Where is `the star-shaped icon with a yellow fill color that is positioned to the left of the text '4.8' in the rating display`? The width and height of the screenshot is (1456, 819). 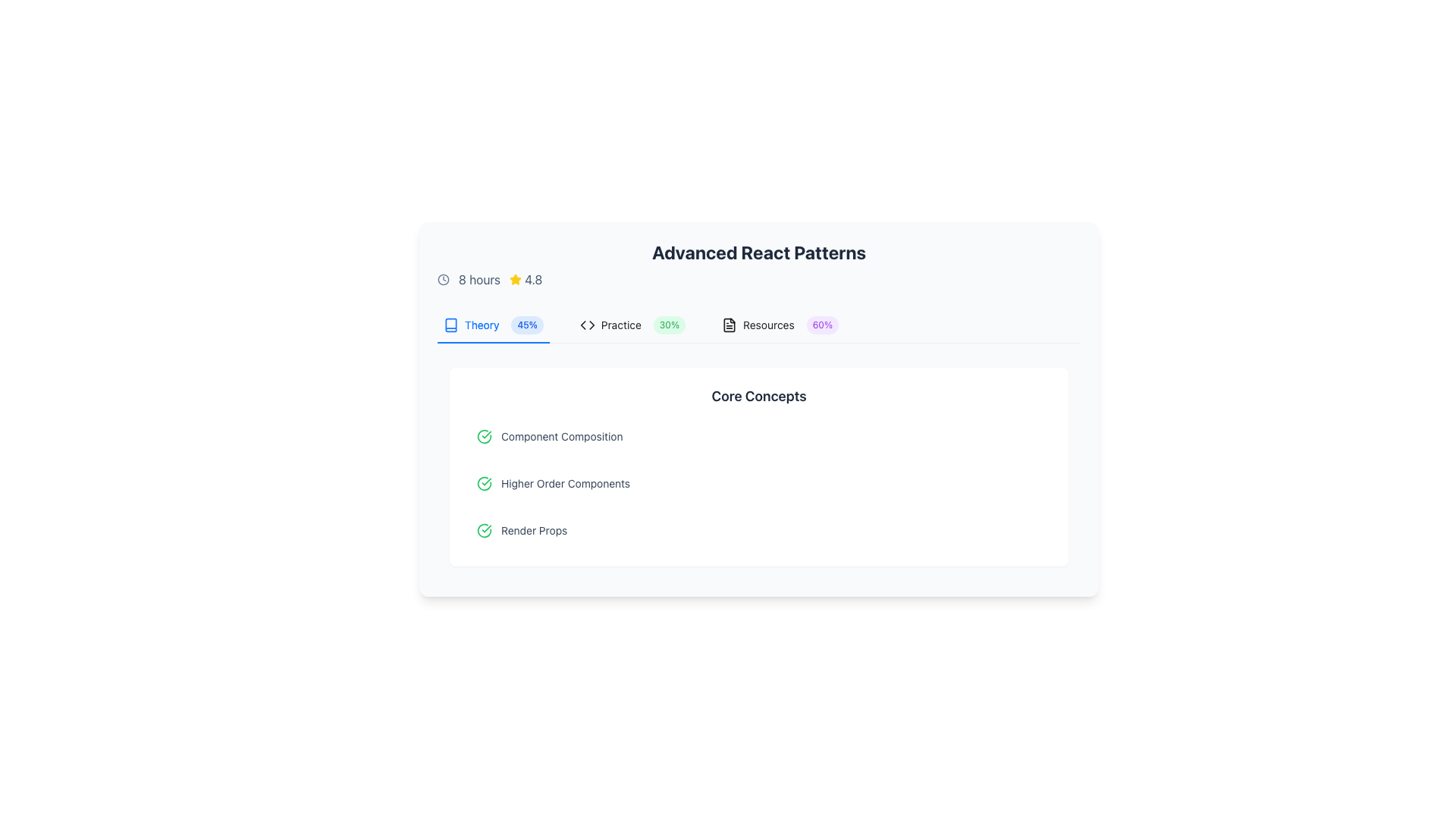 the star-shaped icon with a yellow fill color that is positioned to the left of the text '4.8' in the rating display is located at coordinates (516, 280).